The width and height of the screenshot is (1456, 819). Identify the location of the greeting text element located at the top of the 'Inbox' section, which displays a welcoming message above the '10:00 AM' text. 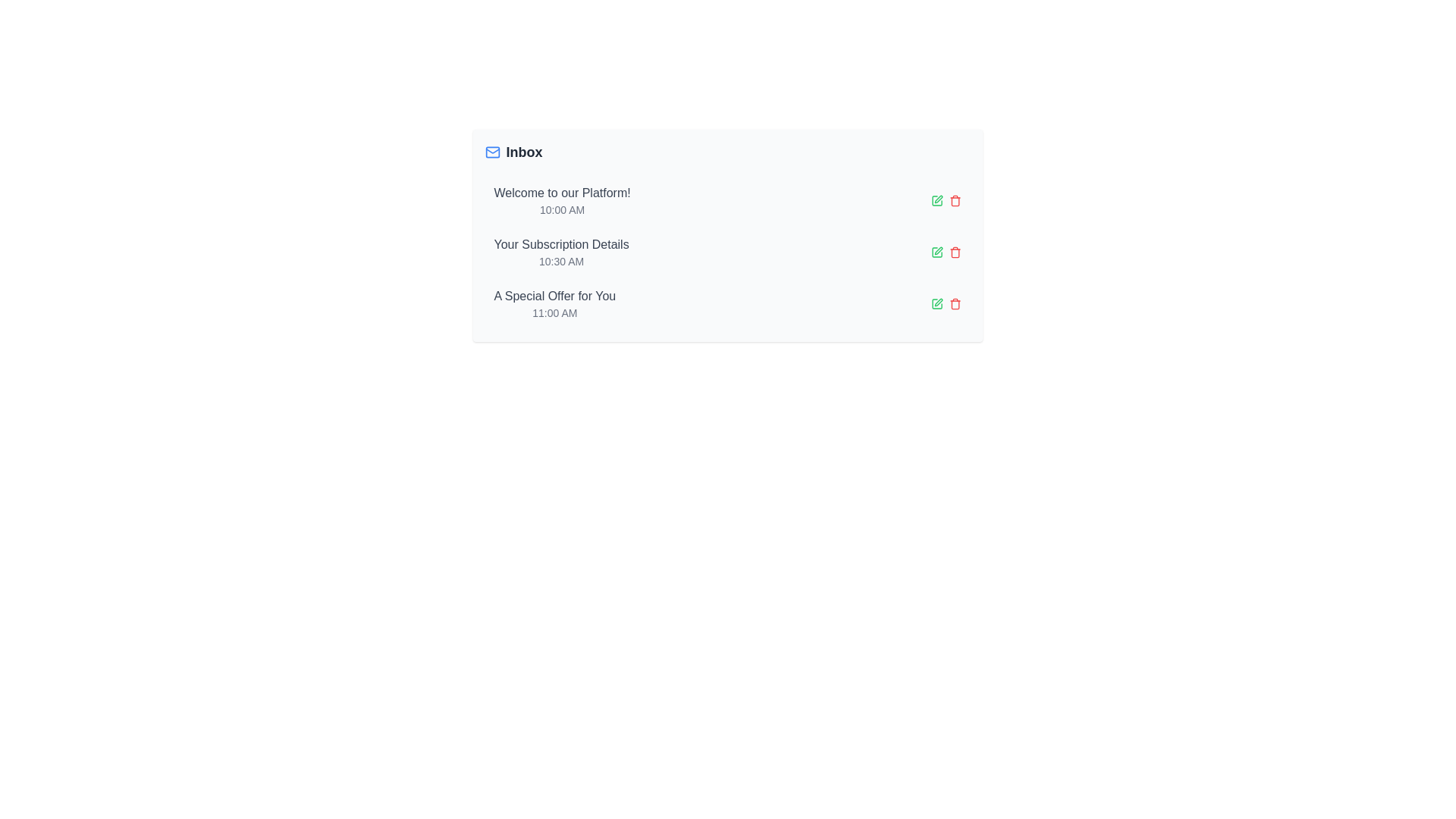
(561, 192).